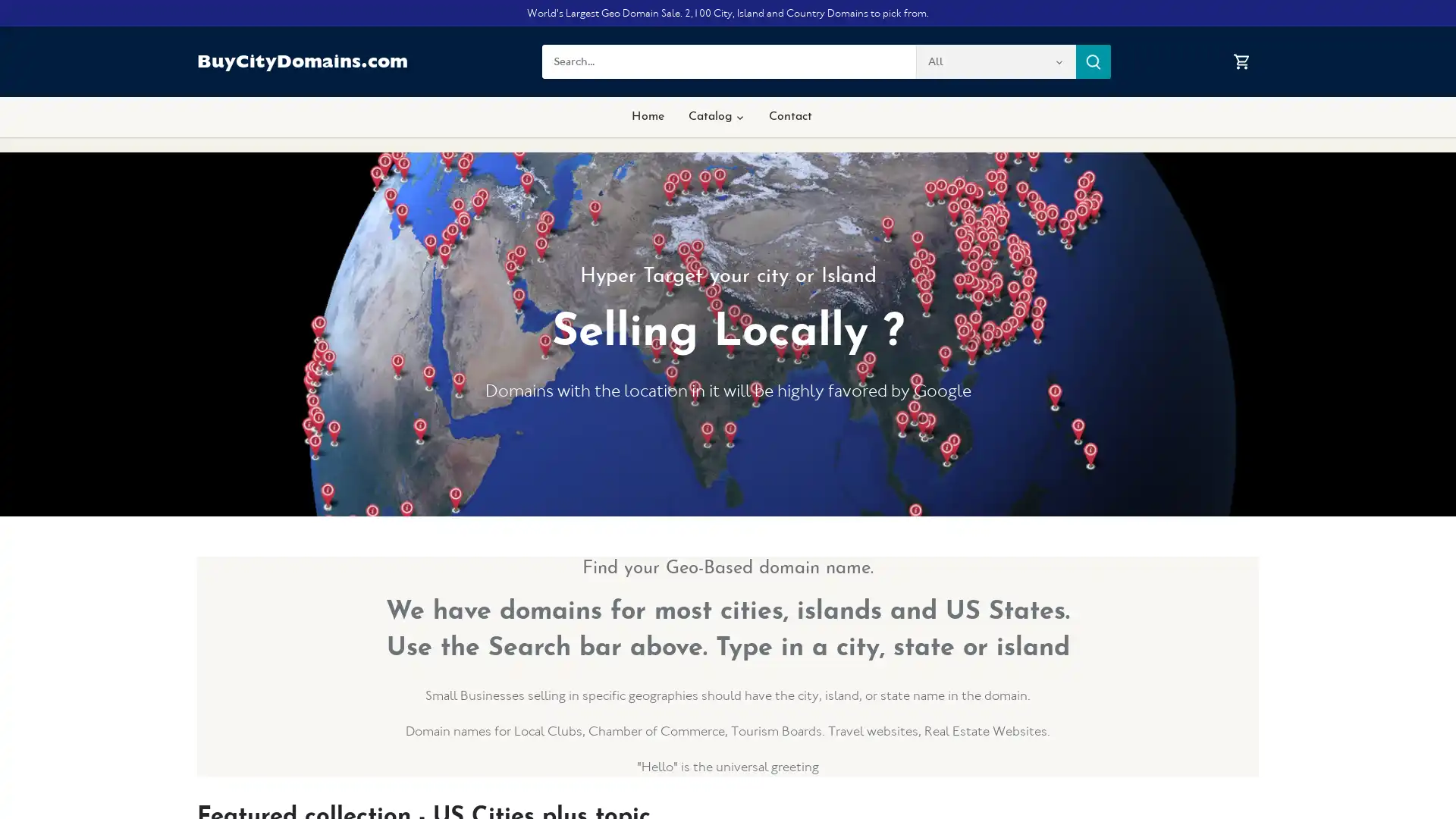 Image resolution: width=1456 pixels, height=819 pixels. I want to click on Submit, so click(1092, 61).